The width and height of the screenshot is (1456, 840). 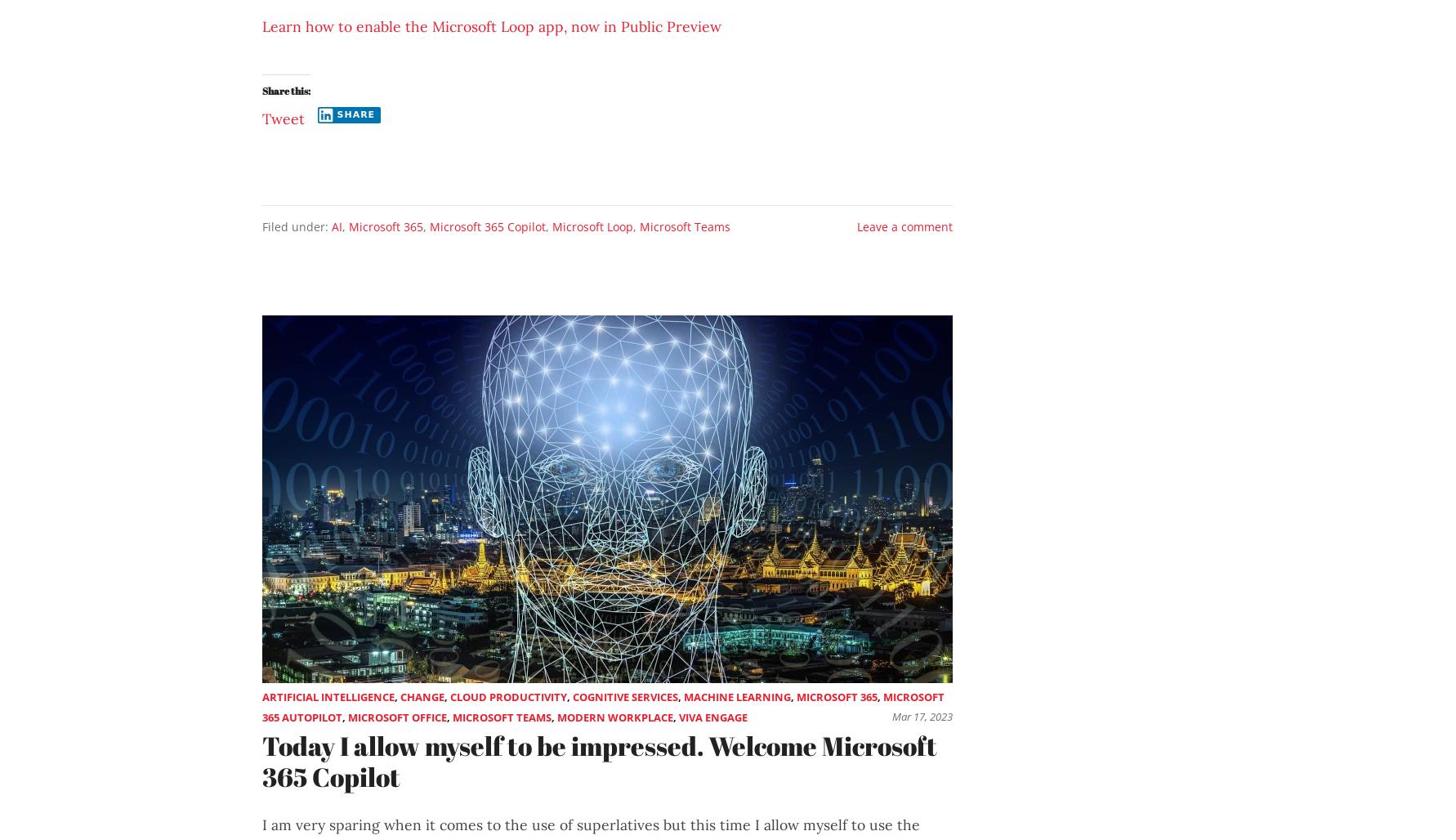 What do you see at coordinates (683, 695) in the screenshot?
I see `'Machine Learning'` at bounding box center [683, 695].